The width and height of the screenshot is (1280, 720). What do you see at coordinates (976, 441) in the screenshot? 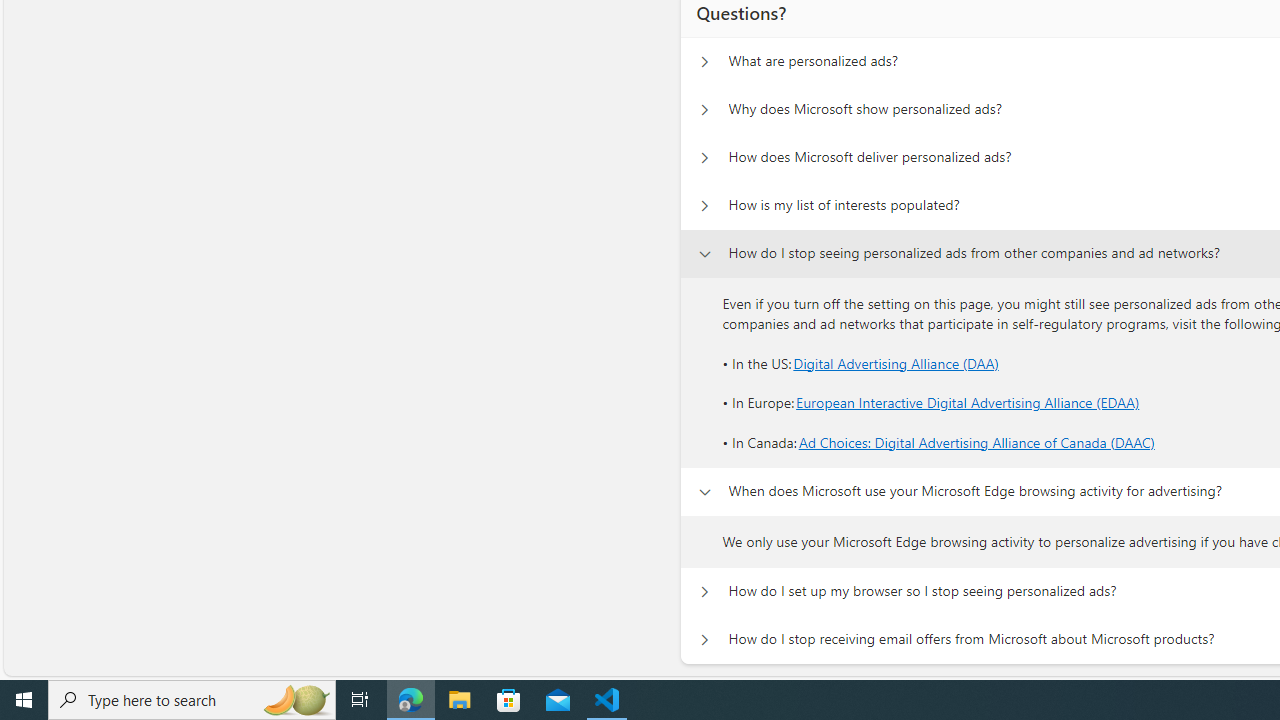
I see `'Ad Choices: Digital Advertising Alliance of Canada (DAAC)'` at bounding box center [976, 441].